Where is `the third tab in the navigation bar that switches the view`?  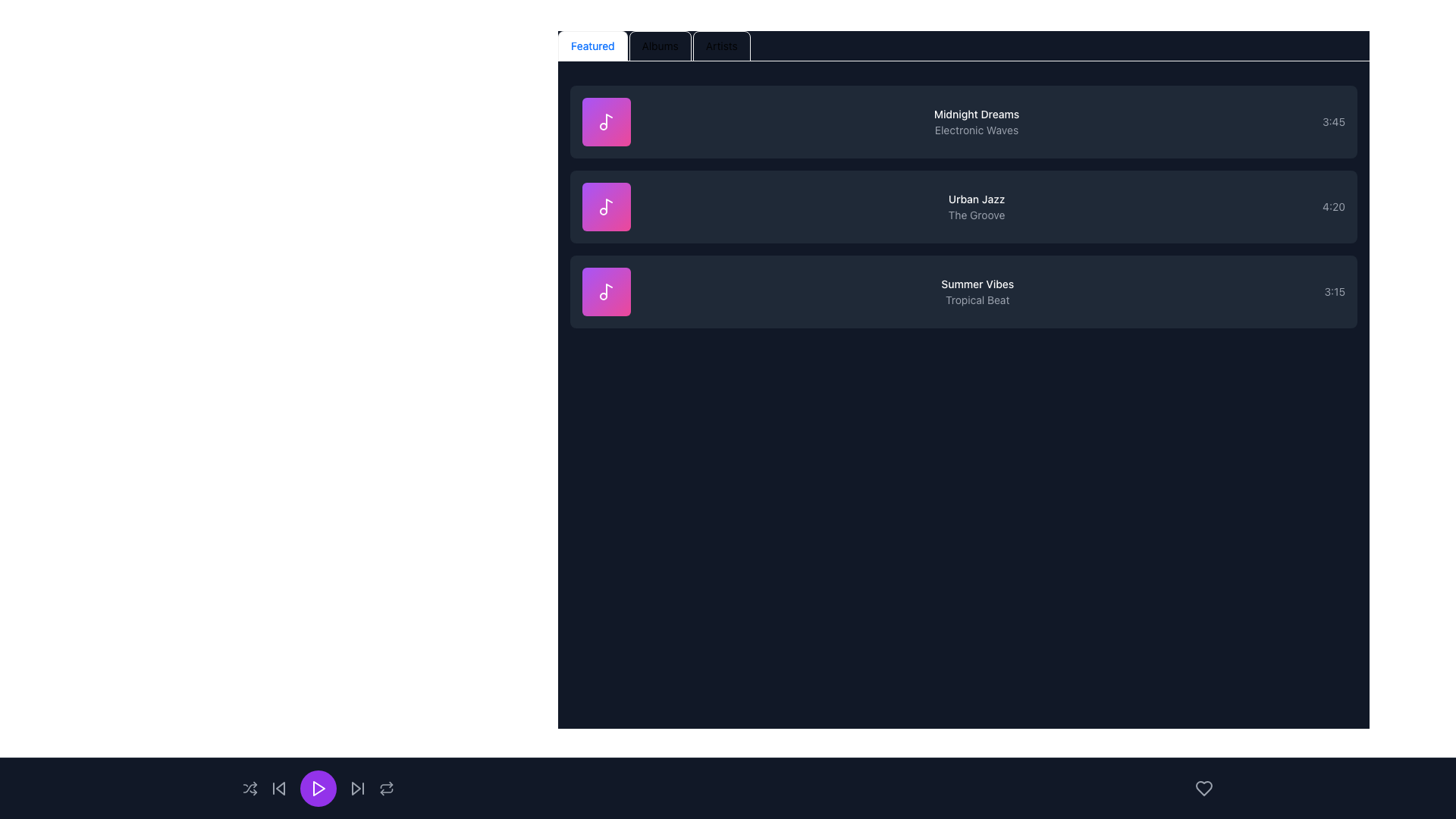
the third tab in the navigation bar that switches the view is located at coordinates (720, 45).